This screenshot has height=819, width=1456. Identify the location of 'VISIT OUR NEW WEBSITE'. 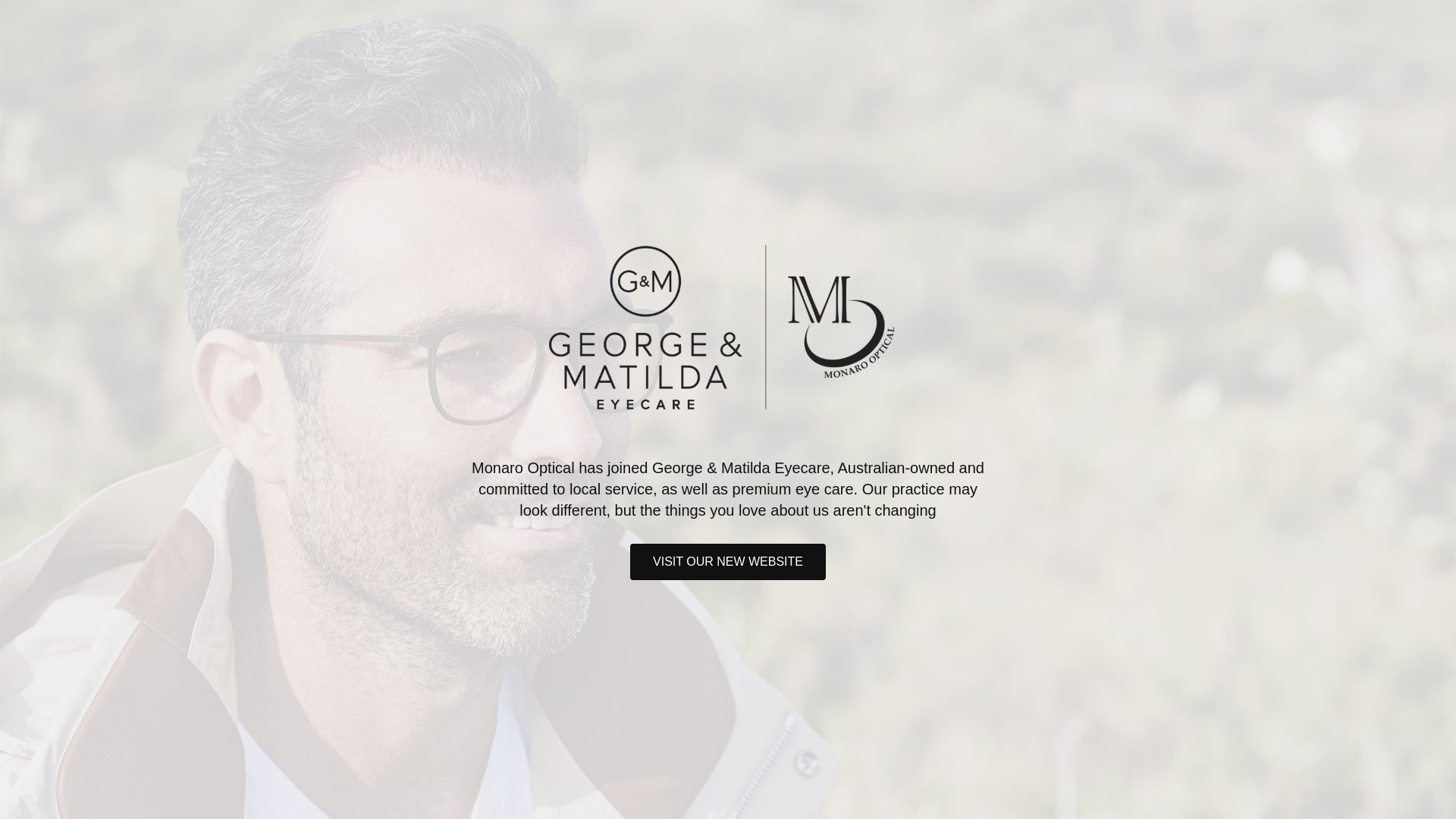
(728, 561).